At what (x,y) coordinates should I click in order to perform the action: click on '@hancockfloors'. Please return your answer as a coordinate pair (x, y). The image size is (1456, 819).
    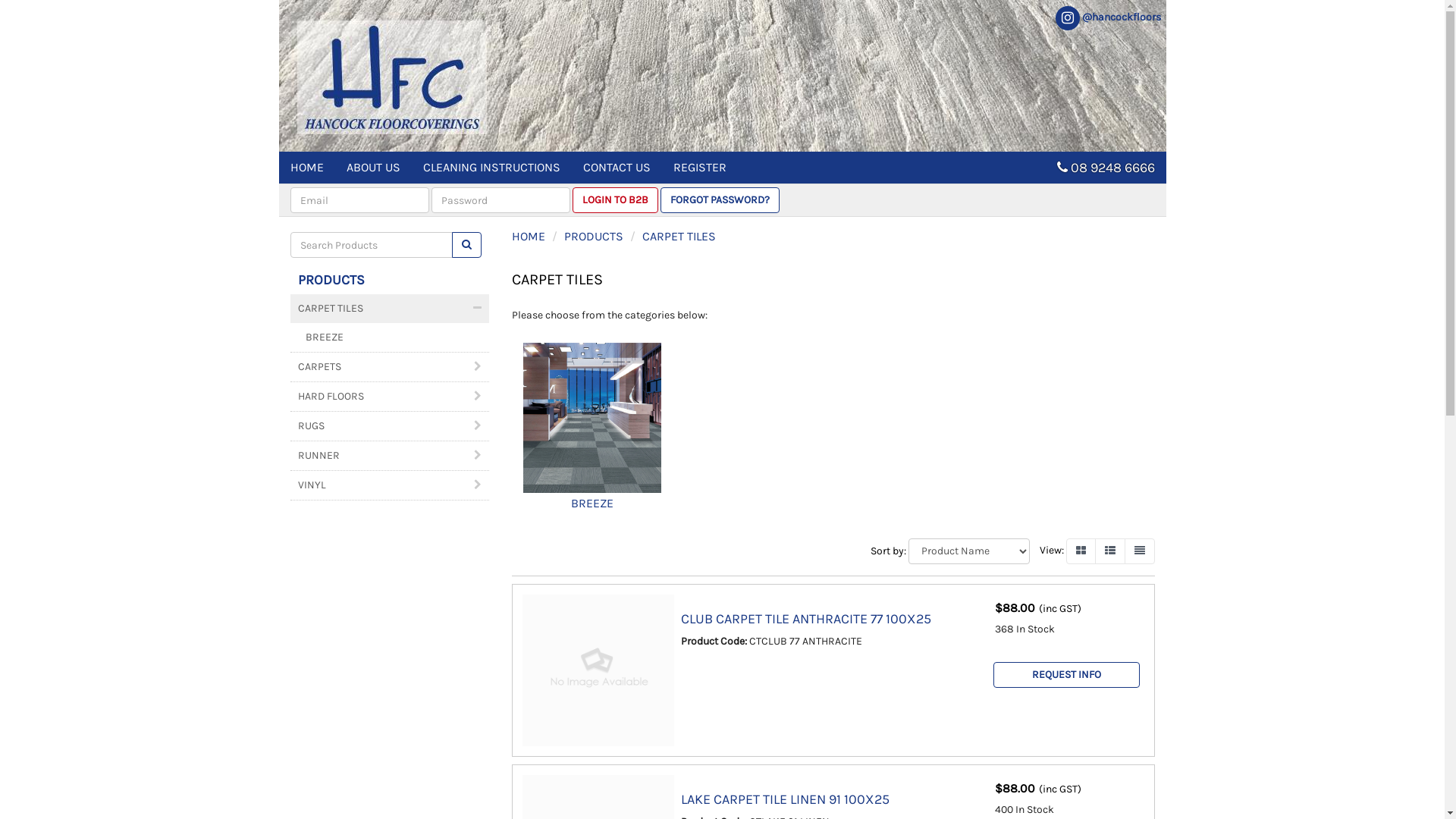
    Looking at the image, I should click on (1106, 17).